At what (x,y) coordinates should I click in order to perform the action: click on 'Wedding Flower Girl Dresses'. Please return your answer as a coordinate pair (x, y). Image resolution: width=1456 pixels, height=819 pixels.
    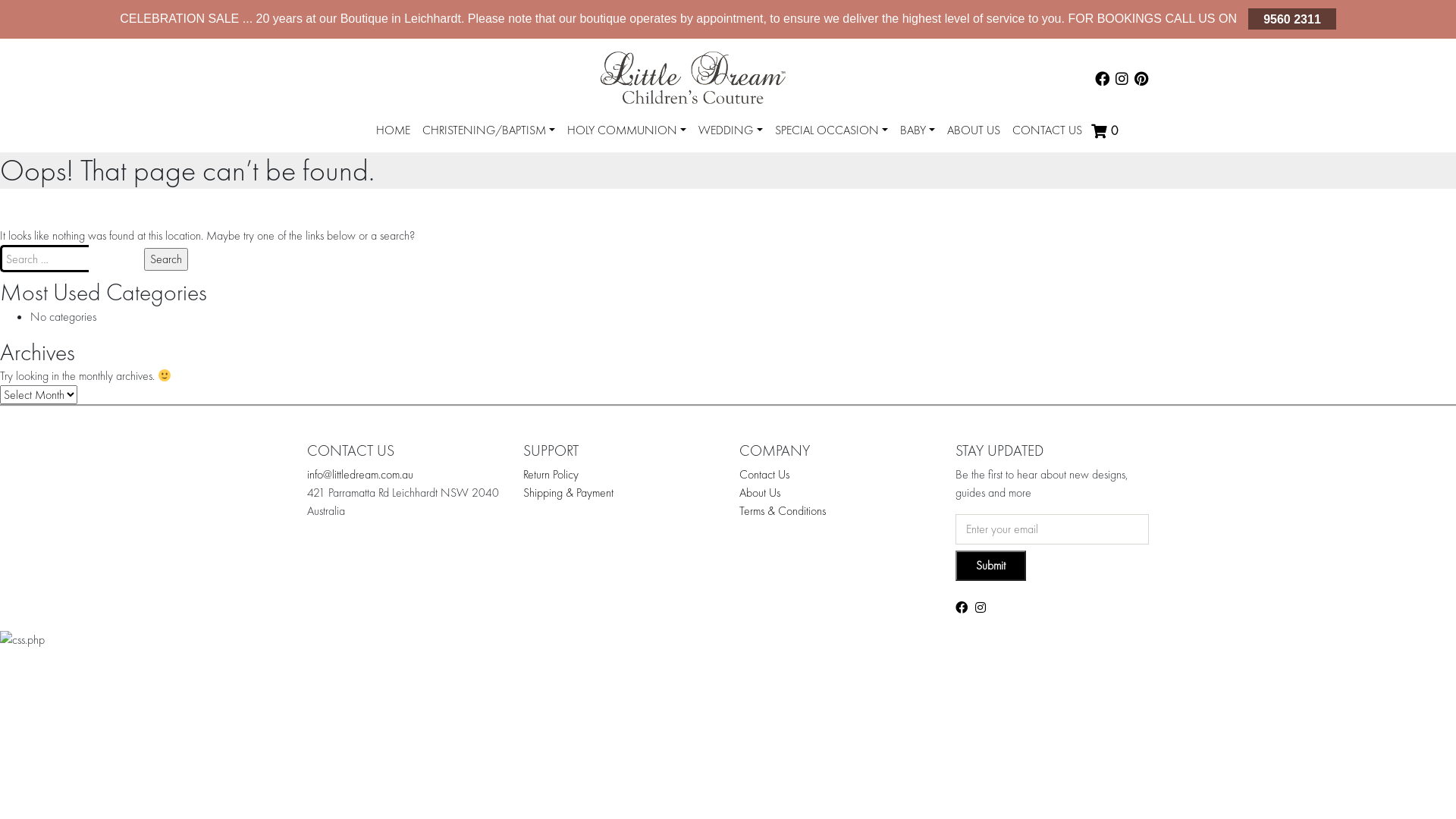
    Looking at the image, I should click on (792, 160).